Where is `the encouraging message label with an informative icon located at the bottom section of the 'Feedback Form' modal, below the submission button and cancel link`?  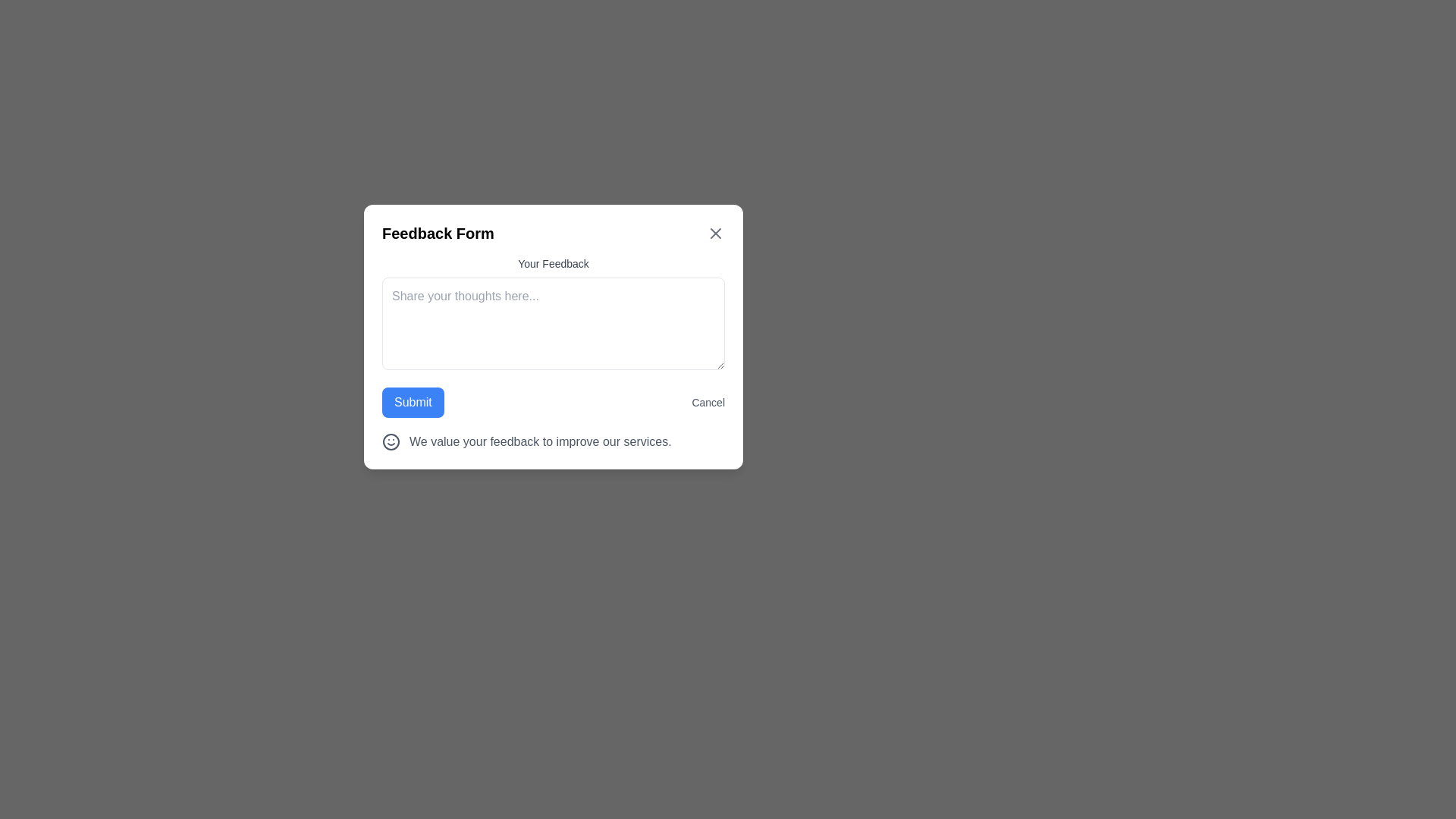
the encouraging message label with an informative icon located at the bottom section of the 'Feedback Form' modal, below the submission button and cancel link is located at coordinates (552, 441).